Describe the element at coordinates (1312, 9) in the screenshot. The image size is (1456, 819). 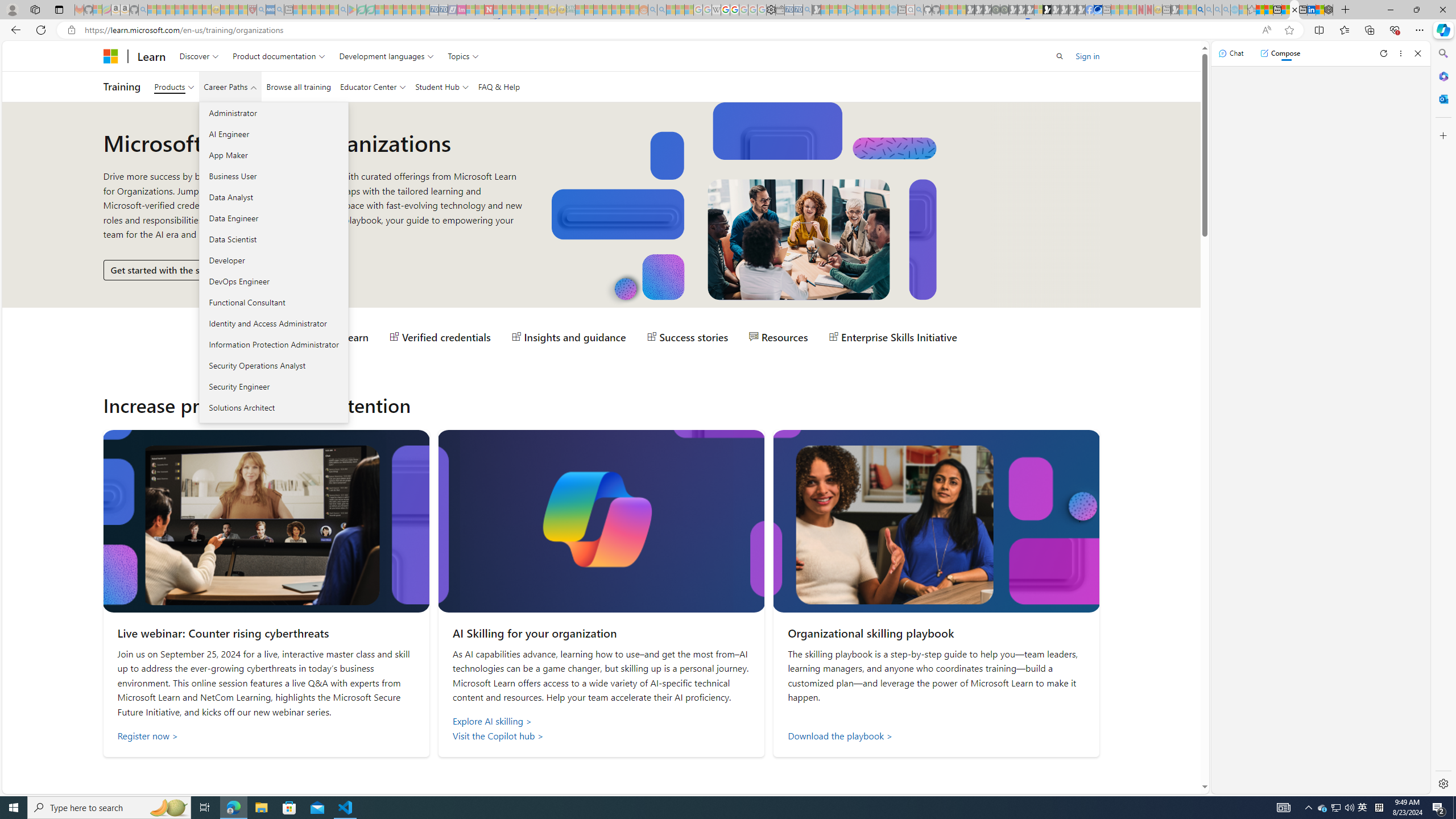
I see `'LinkedIn'` at that location.